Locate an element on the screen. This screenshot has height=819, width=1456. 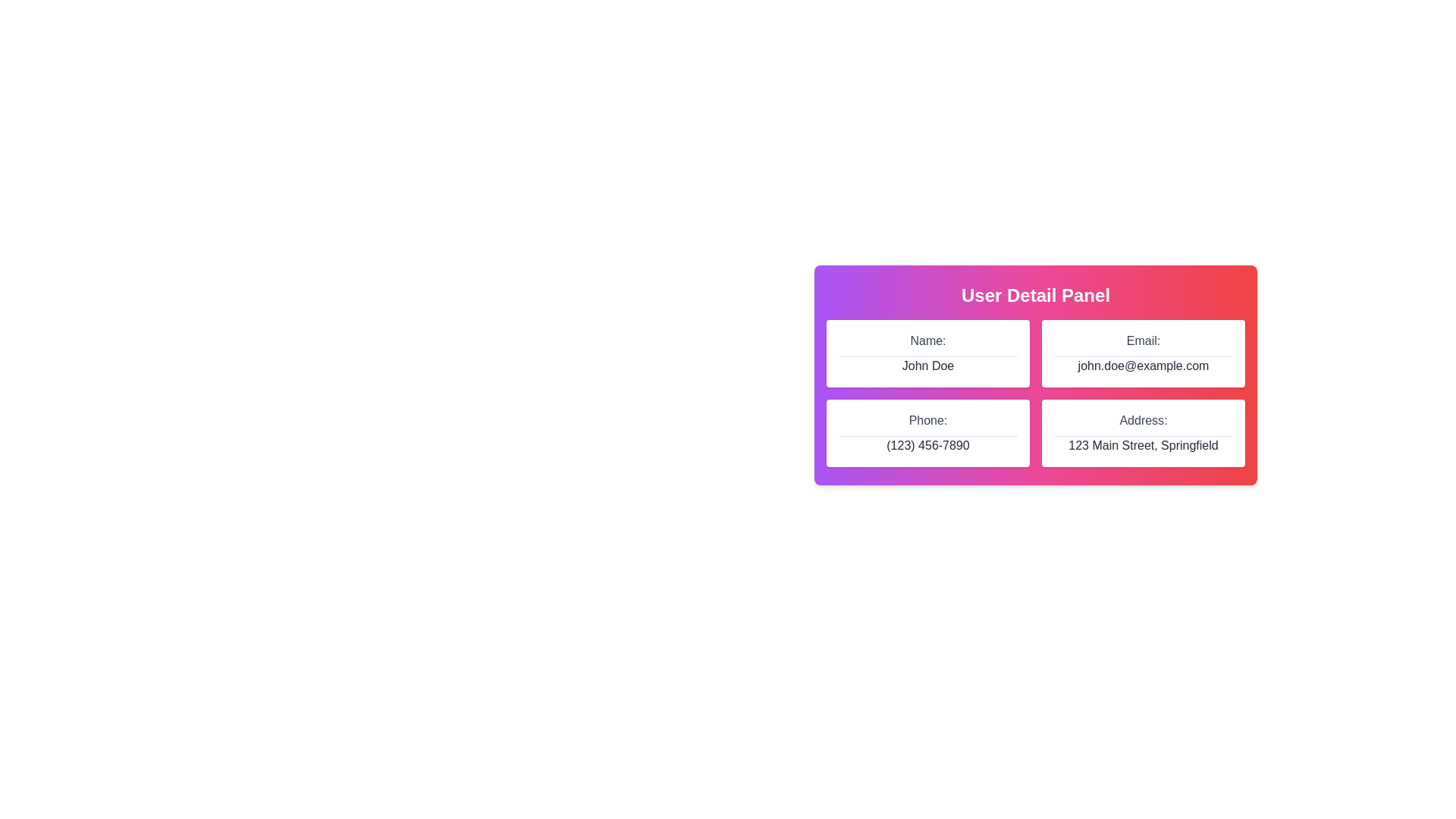
the Text label displaying the phone number located beneath the 'Phone:' label in the bottom-left section of the user detail panel is located at coordinates (927, 444).